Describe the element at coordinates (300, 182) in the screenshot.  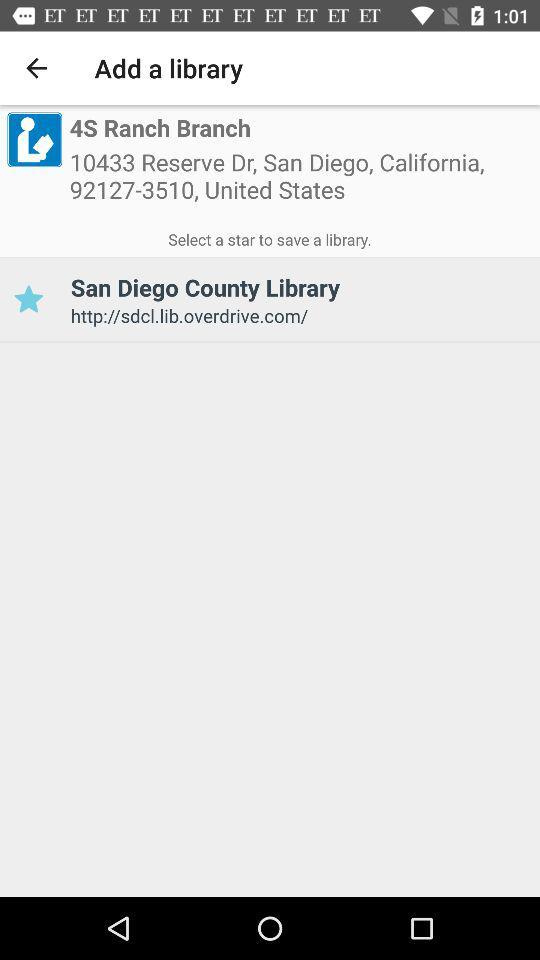
I see `icon above select a star item` at that location.